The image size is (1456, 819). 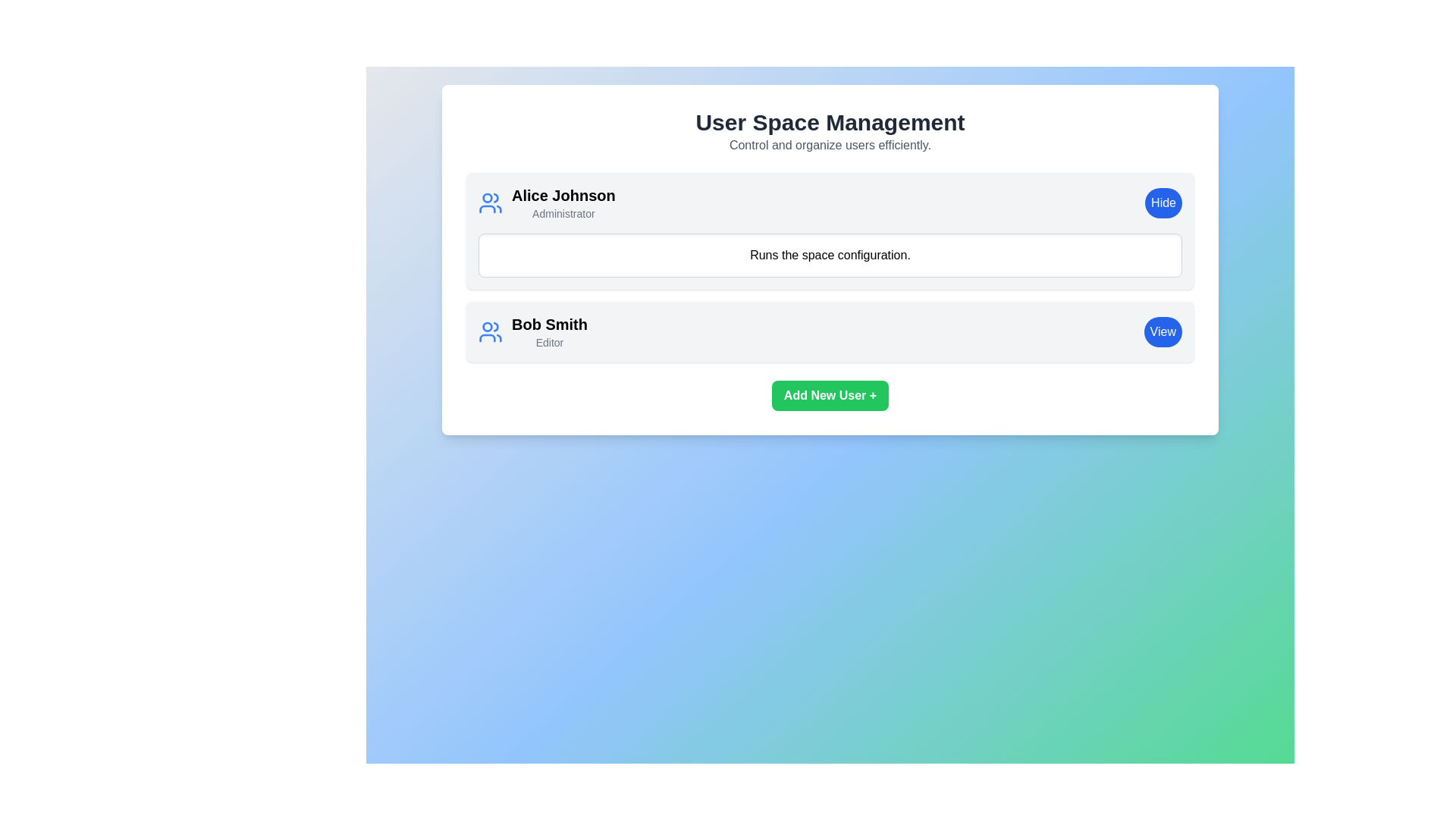 I want to click on the text label displaying 'Bob Smith', which is styled in bold font and positioned in the user management interface above the smaller text 'Editor', so click(x=548, y=324).